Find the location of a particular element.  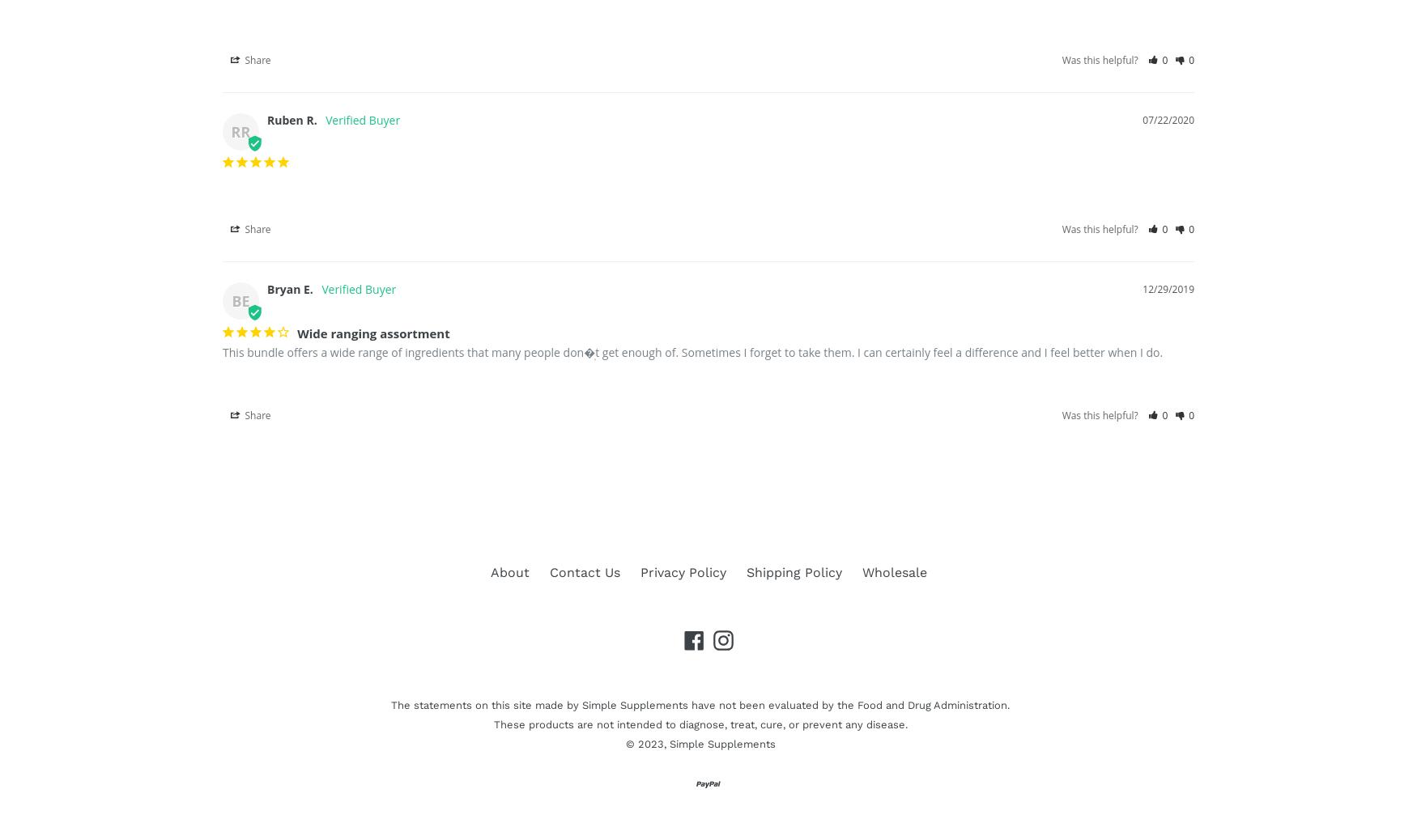

'Privacy Policy' is located at coordinates (682, 571).